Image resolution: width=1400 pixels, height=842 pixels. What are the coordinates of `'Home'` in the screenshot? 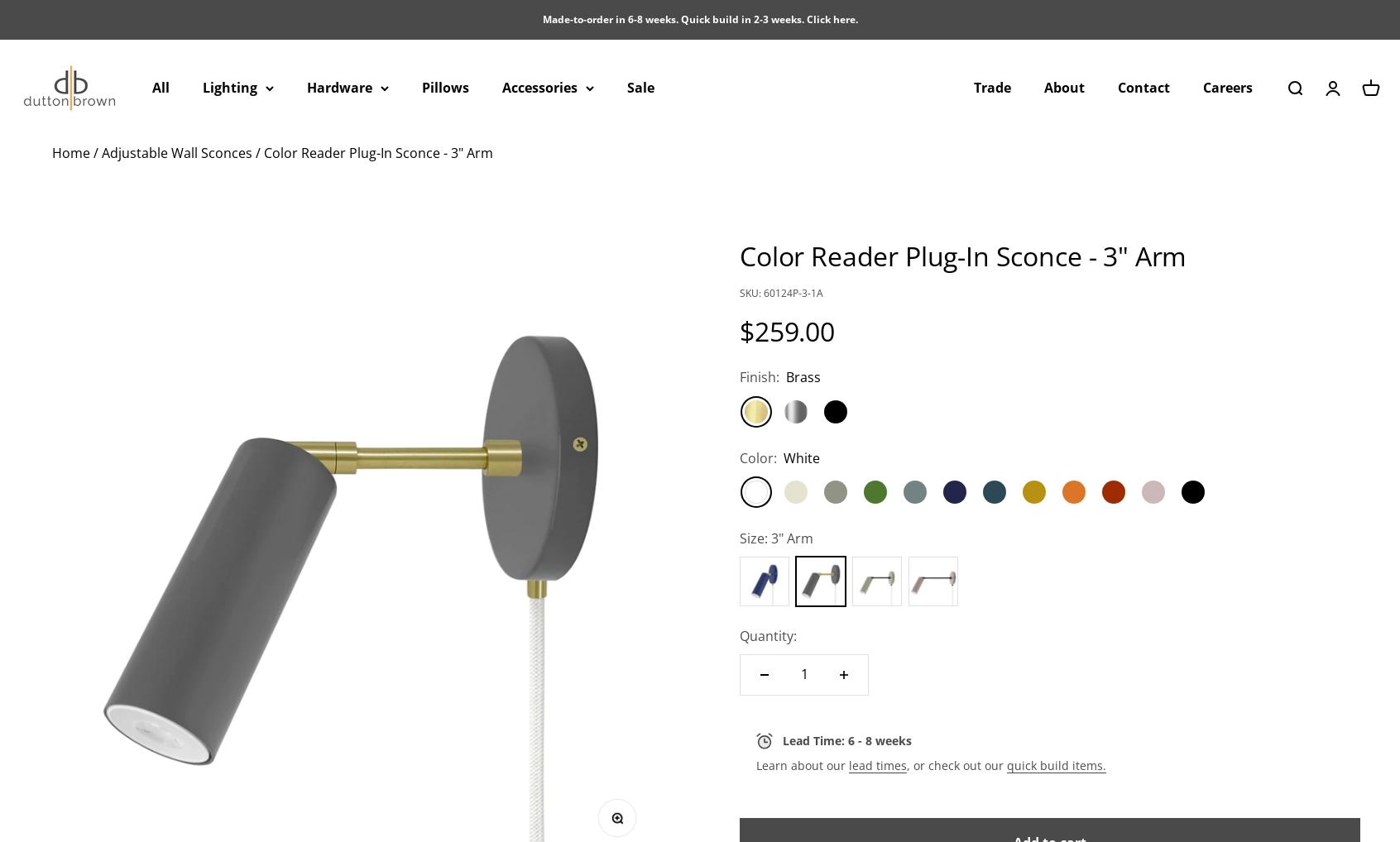 It's located at (50, 152).